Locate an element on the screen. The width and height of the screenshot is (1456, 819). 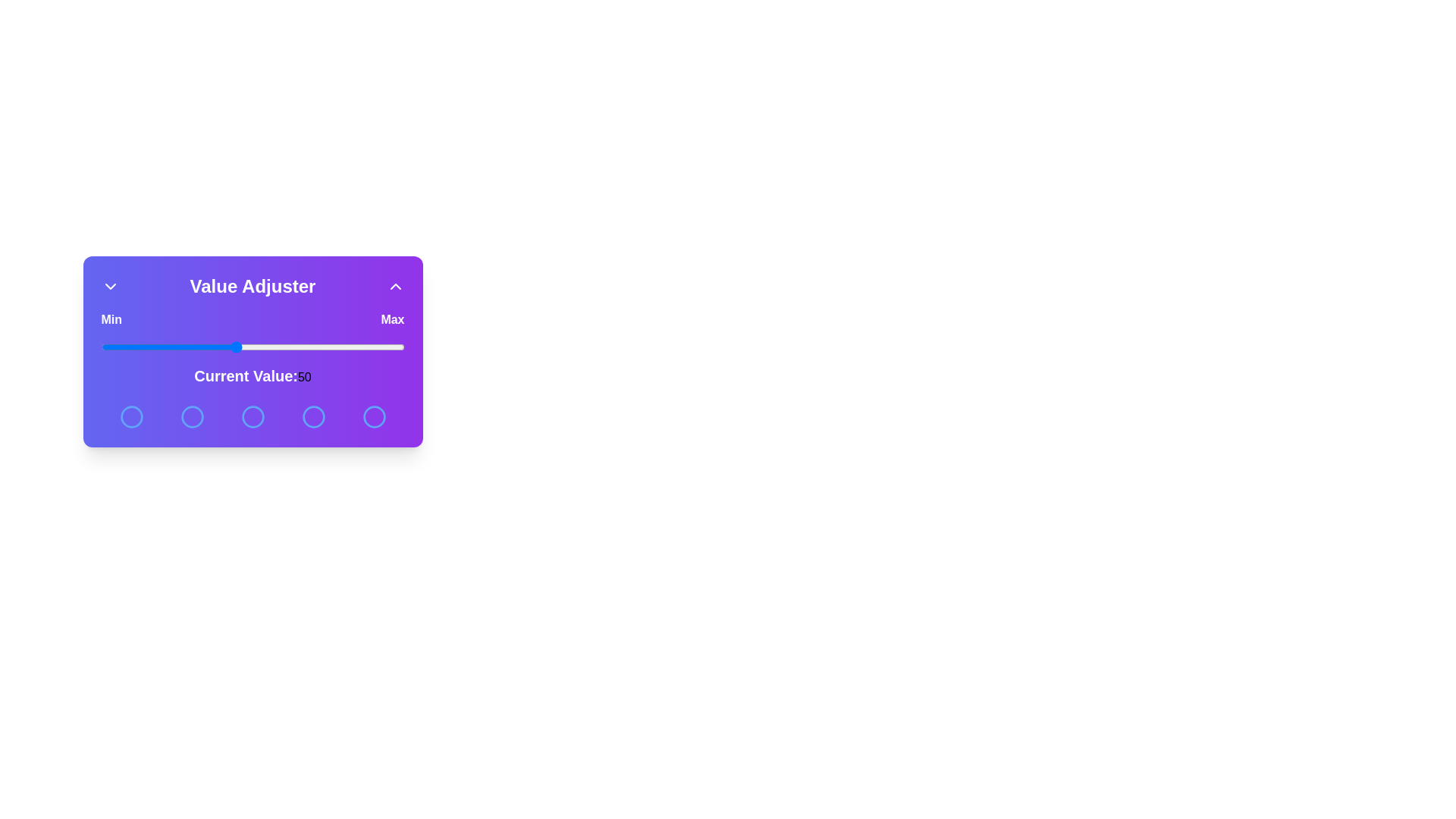
the circular button corresponding to 3 is located at coordinates (253, 417).